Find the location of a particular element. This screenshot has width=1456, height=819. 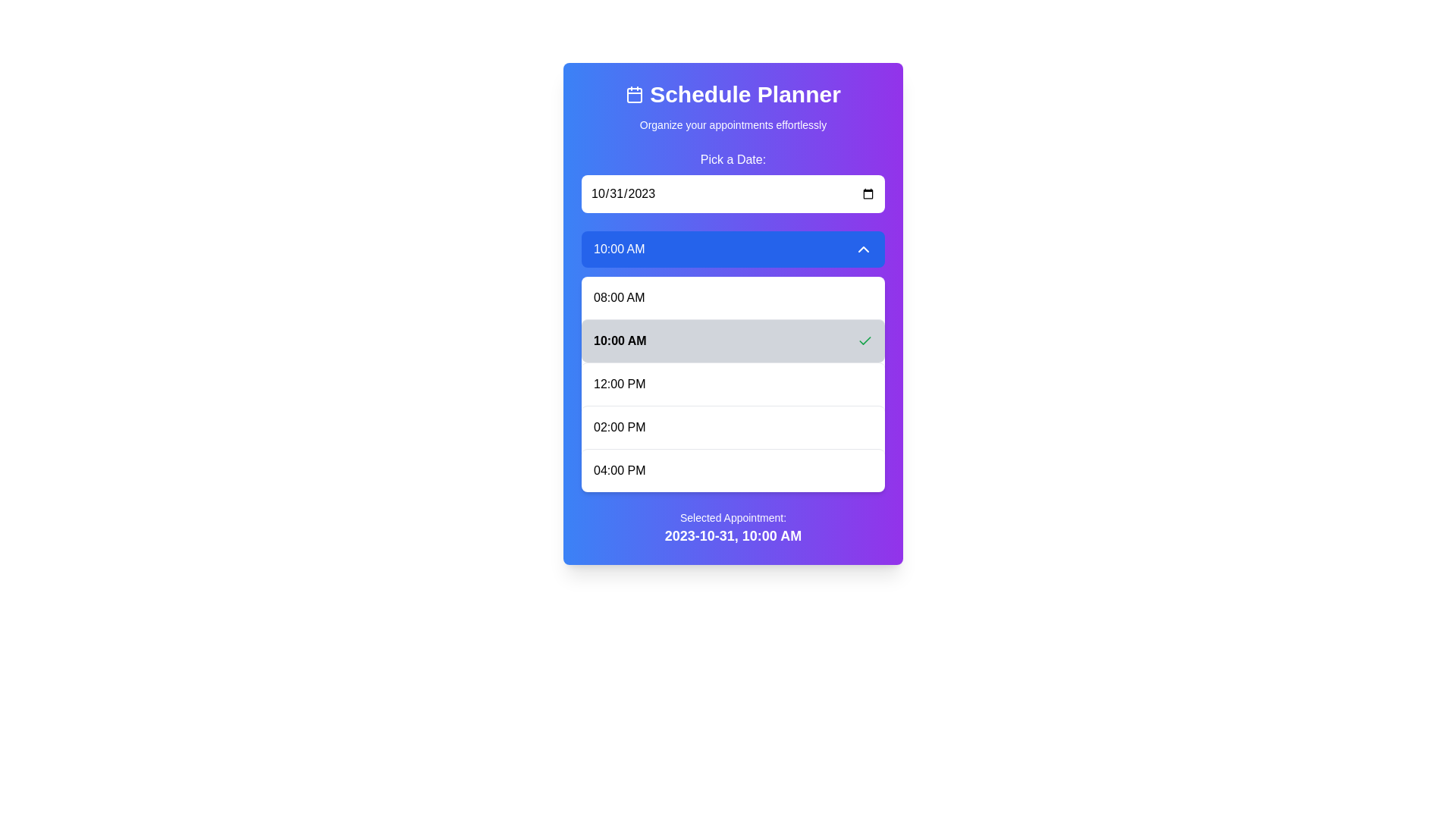

the selectable list item displaying '04:00 PM' in bold black font is located at coordinates (733, 469).